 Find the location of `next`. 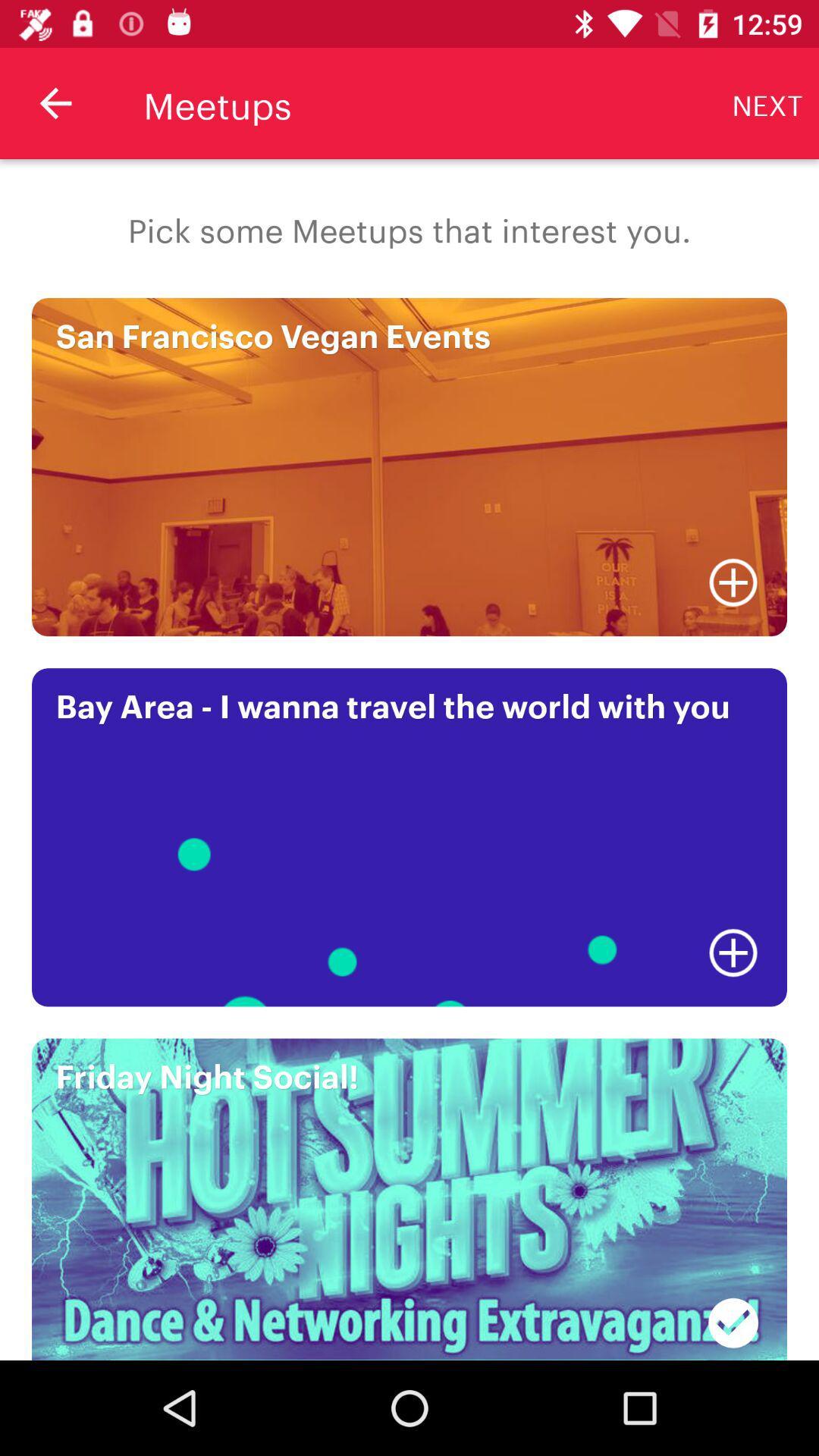

next is located at coordinates (767, 102).